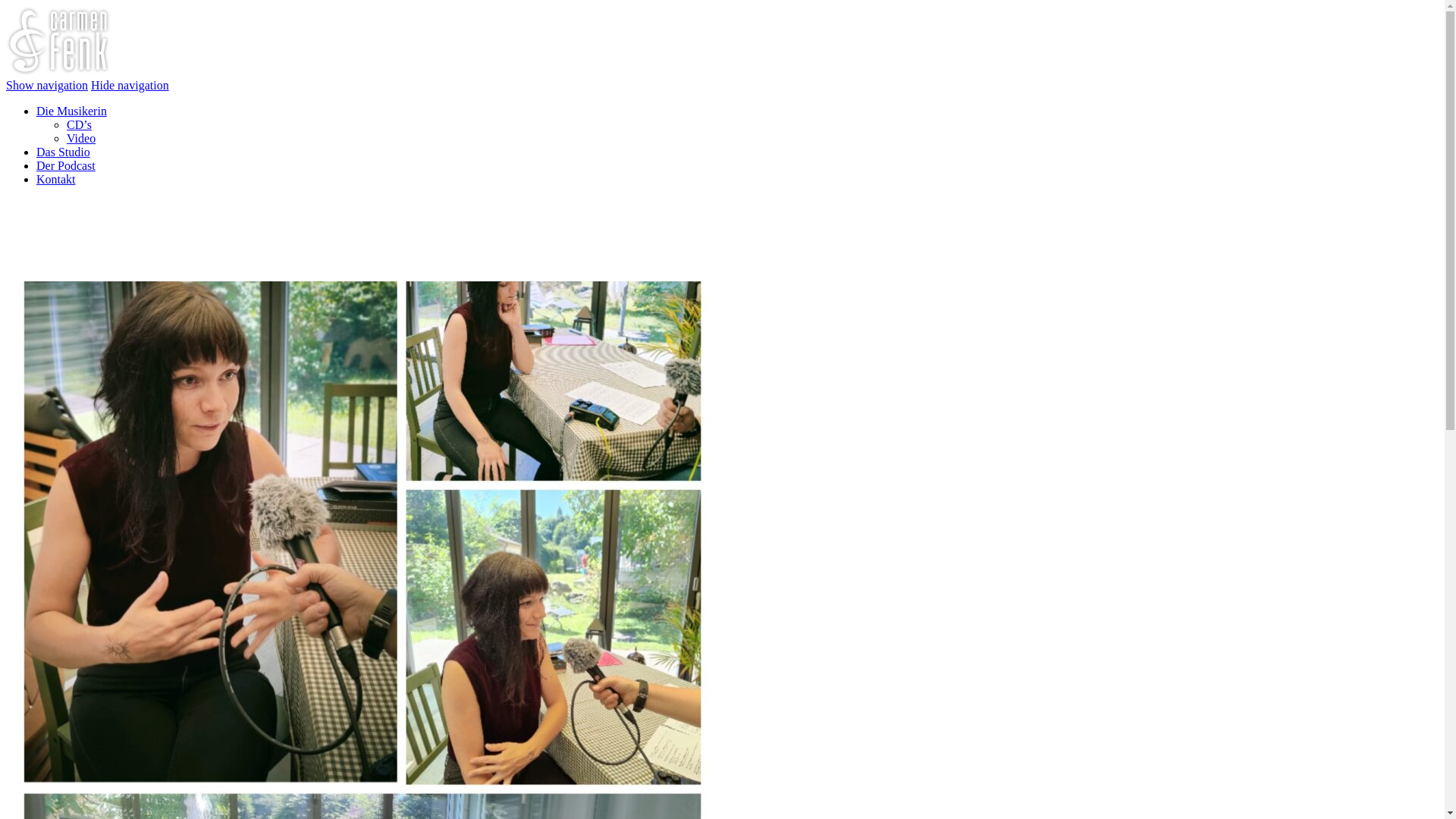 This screenshot has width=1456, height=819. Describe the element at coordinates (55, 178) in the screenshot. I see `'Kontakt'` at that location.